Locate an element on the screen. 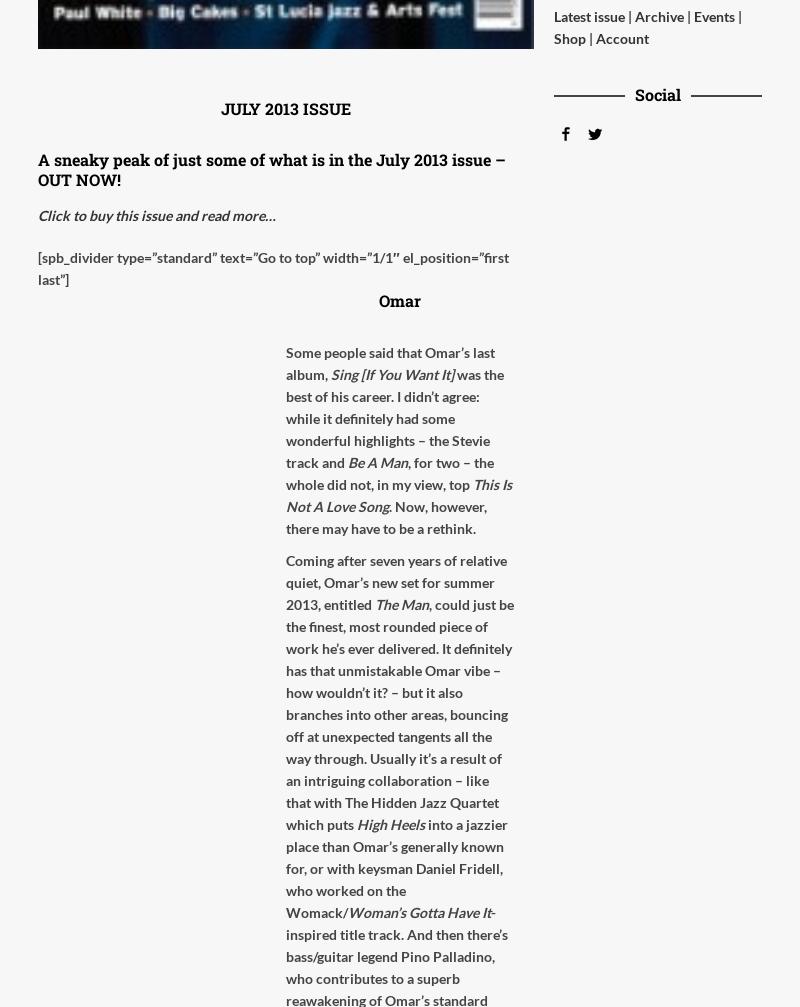  ', for two – the whole did not, in my view, top' is located at coordinates (286, 473).